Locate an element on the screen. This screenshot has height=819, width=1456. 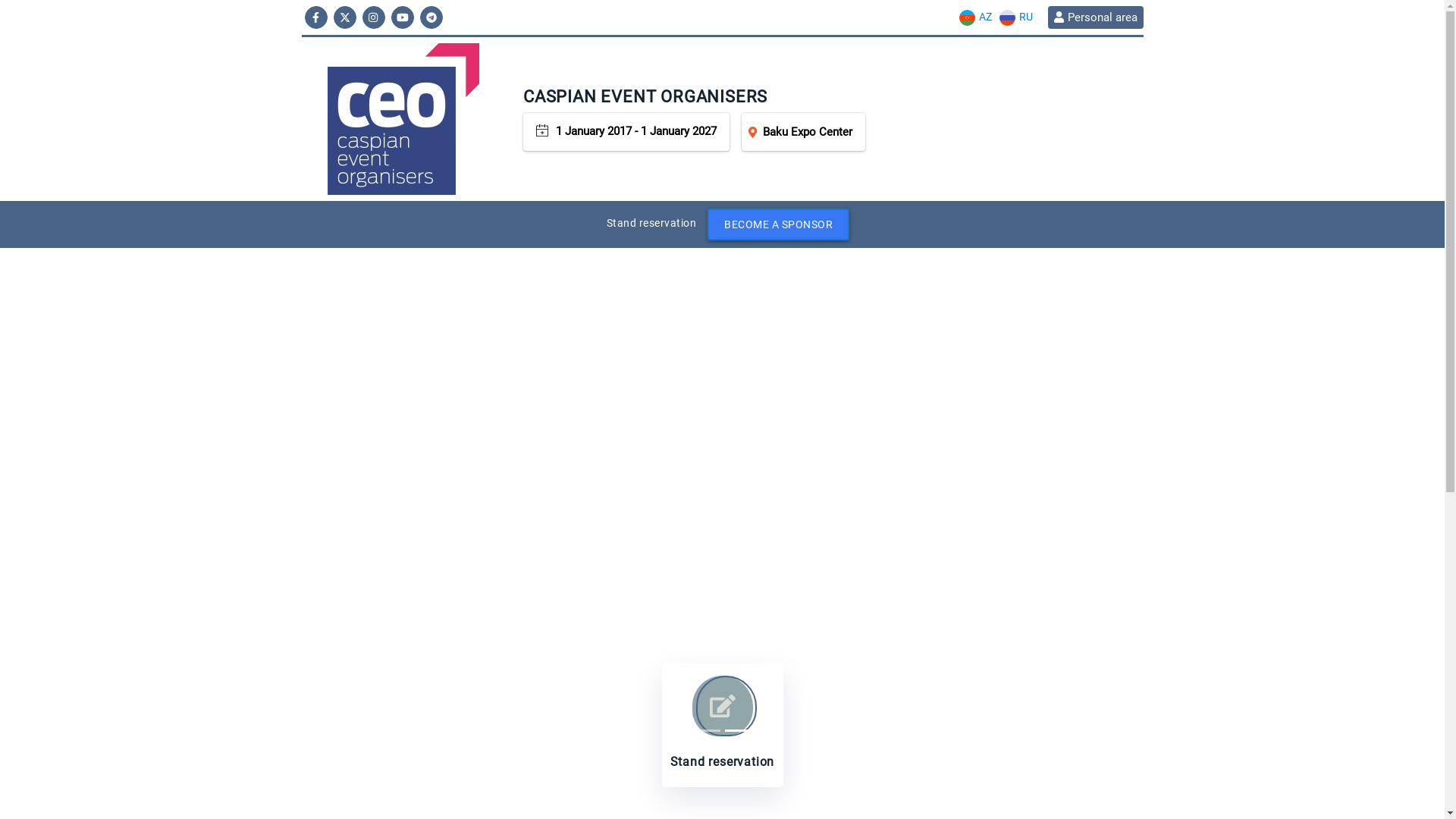
'Stand reservation' is located at coordinates (651, 222).